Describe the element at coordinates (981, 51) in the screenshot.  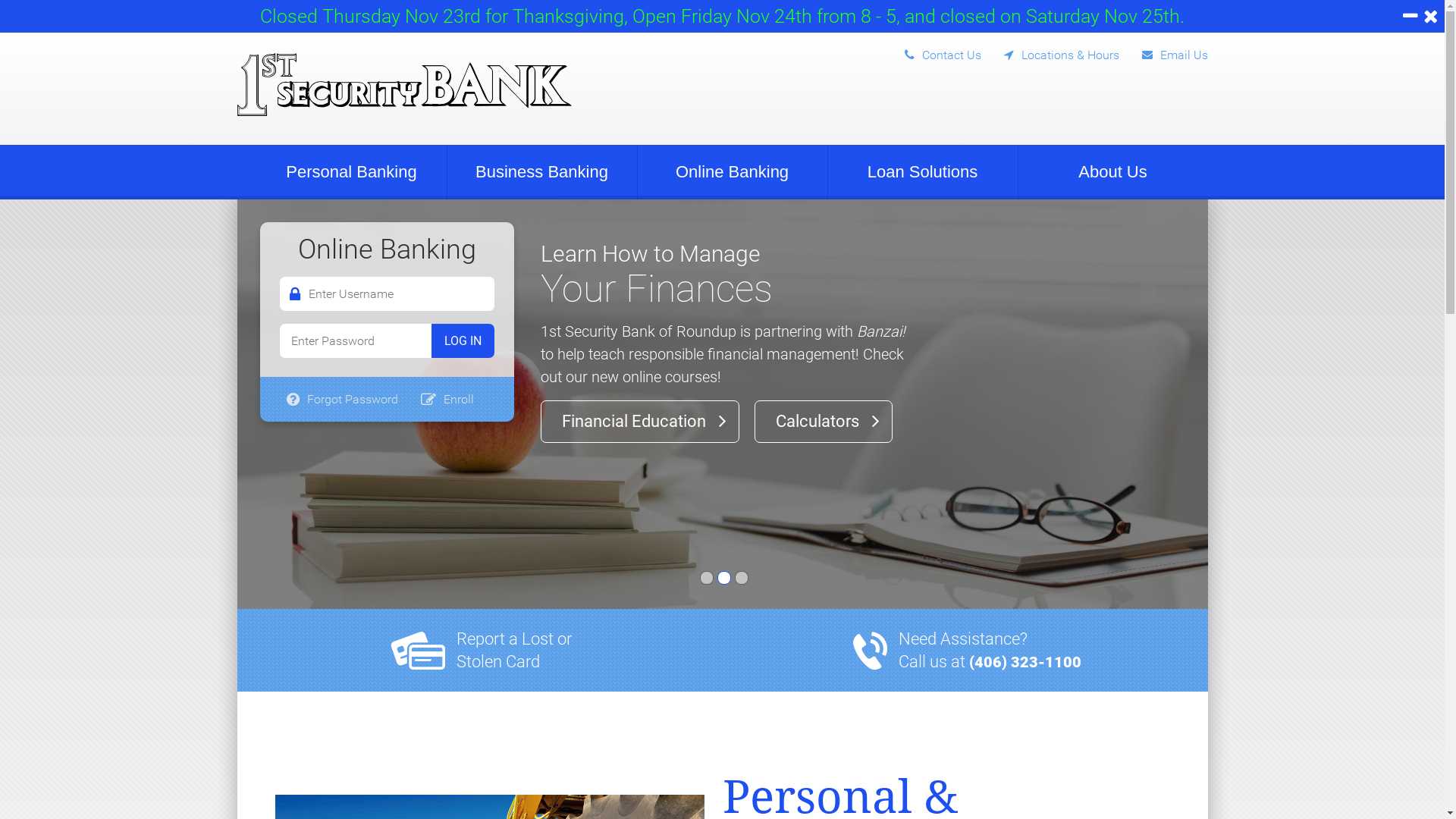
I see `'Locations & Hours'` at that location.